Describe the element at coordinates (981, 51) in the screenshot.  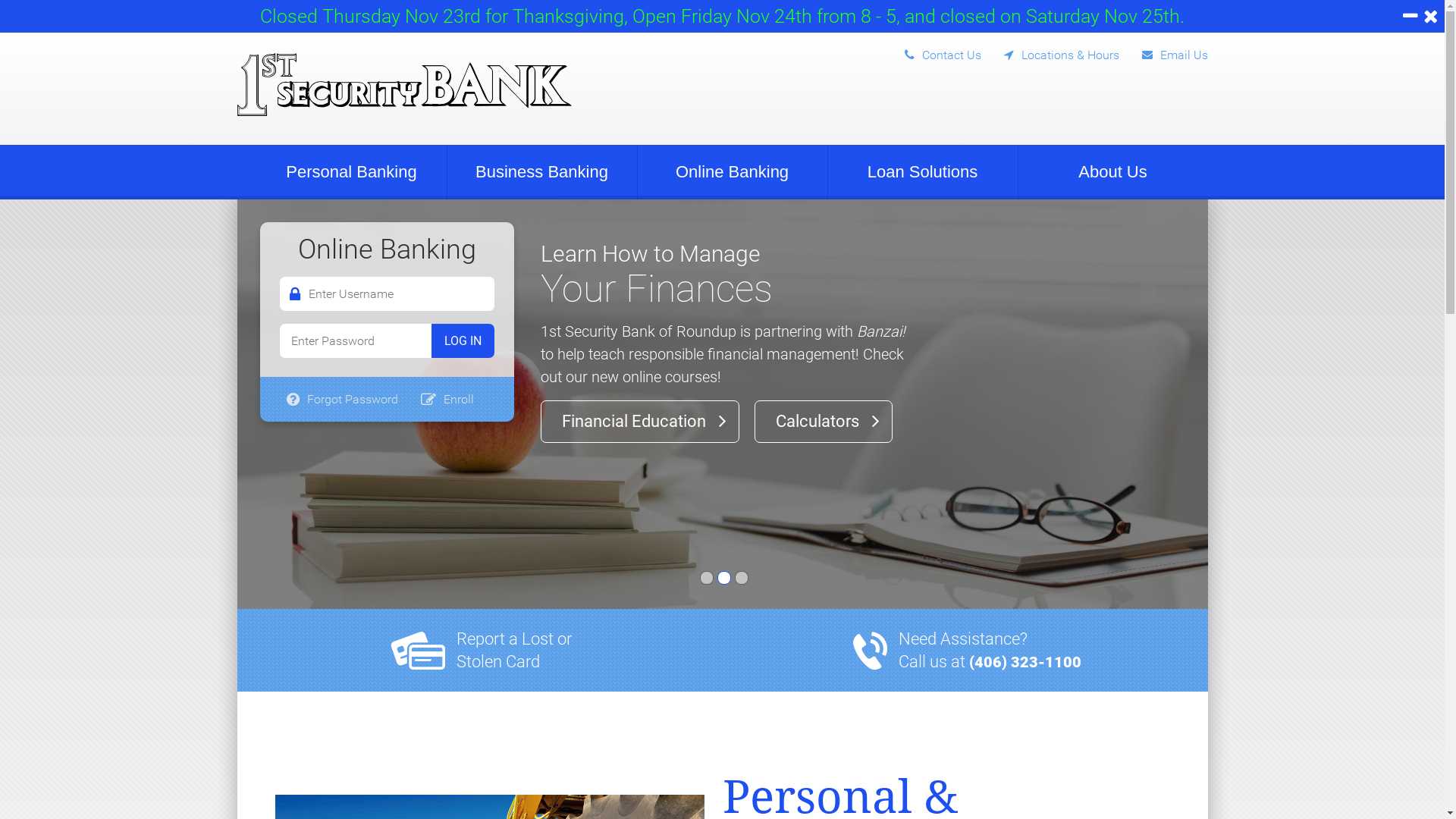
I see `'Locations & Hours'` at that location.